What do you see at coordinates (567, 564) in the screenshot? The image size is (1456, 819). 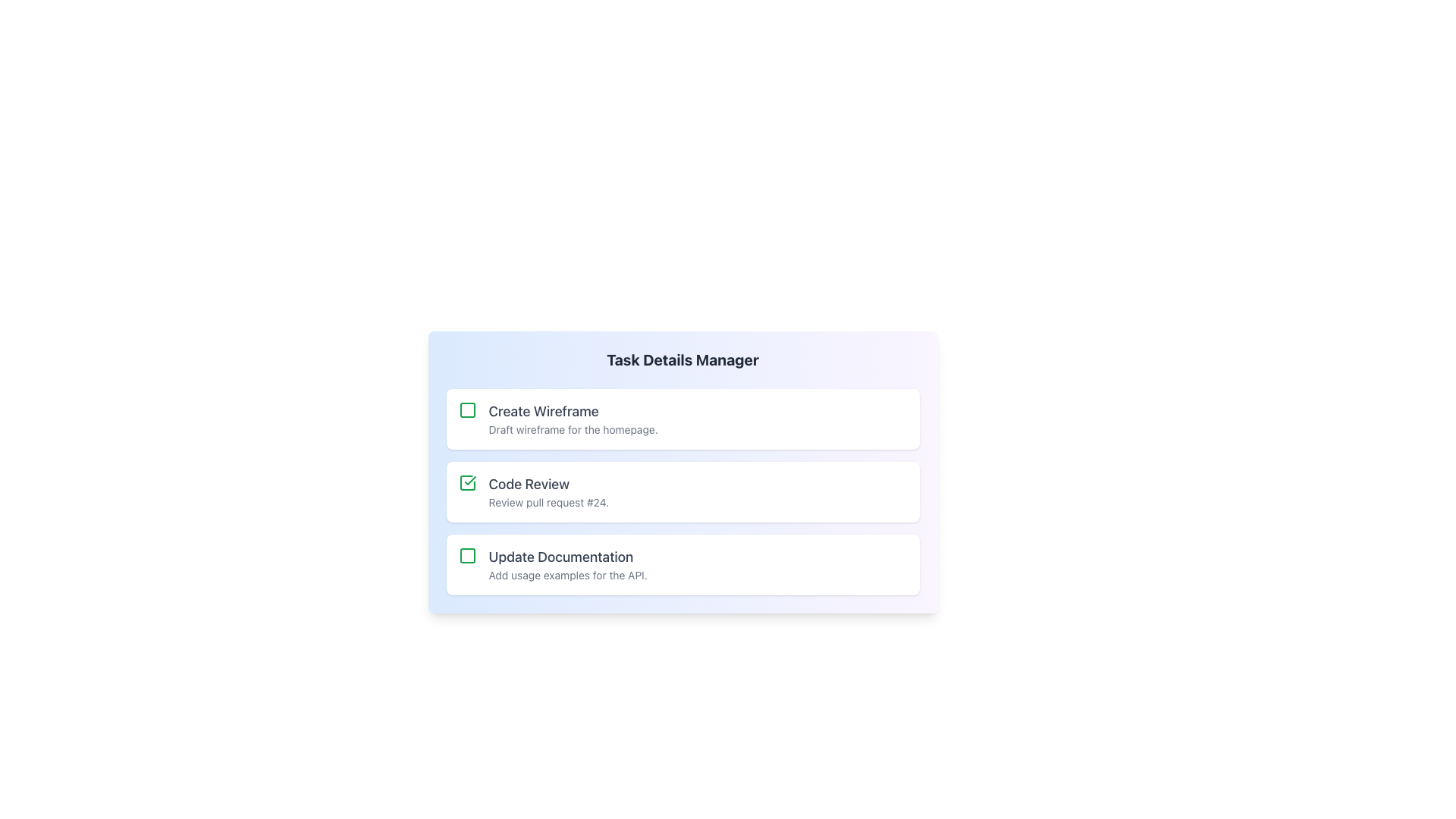 I see `the text block displaying 'Update Documentation' which is the third item in the list of task entries, located beneath 'Code Review'` at bounding box center [567, 564].